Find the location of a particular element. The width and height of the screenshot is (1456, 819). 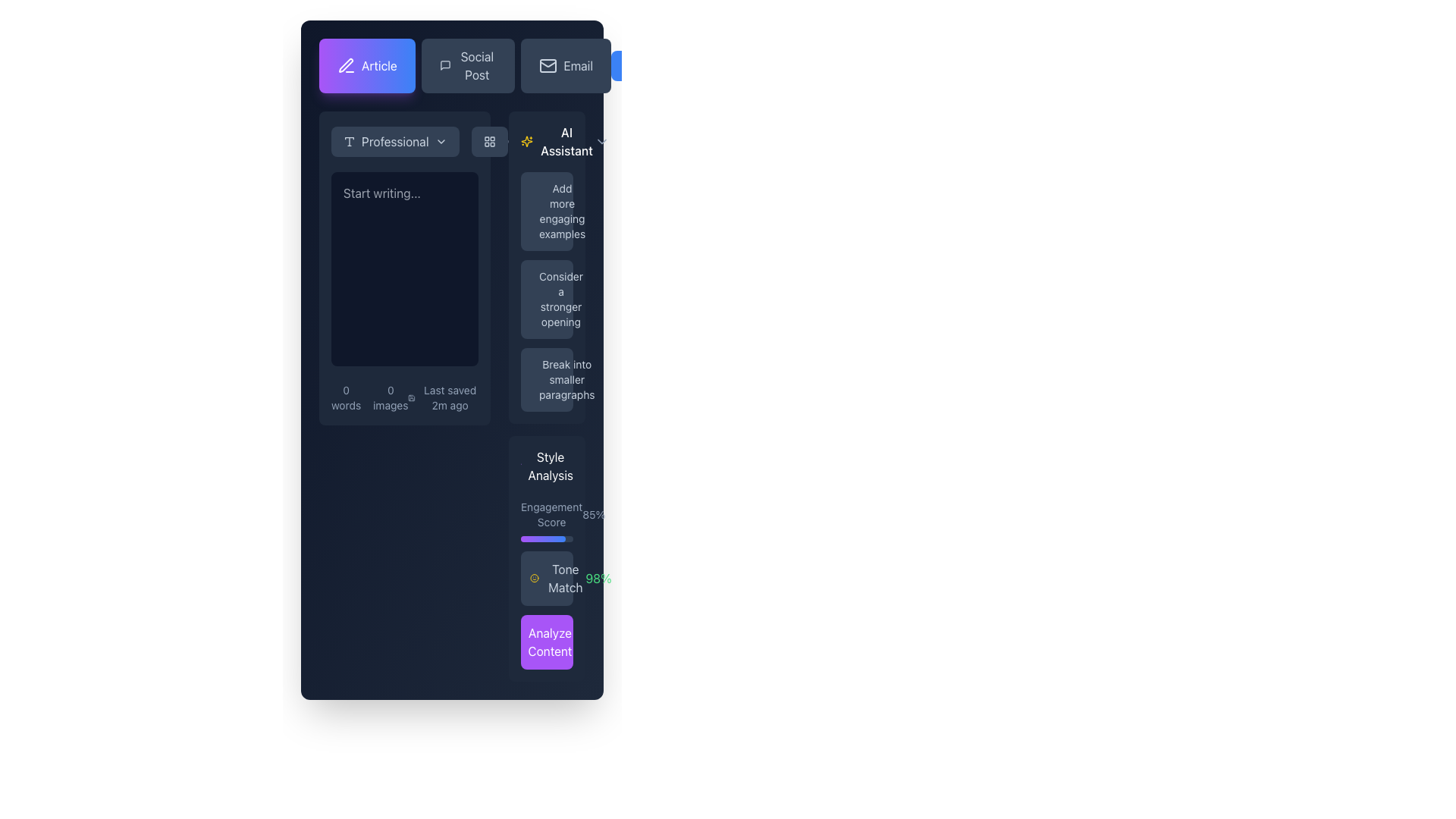

the displayed percentage score of the 'Tone Match' indicator which shows '98%' on a dark slate background, located between 'Engagement Score 85%' and 'Analyze Content' is located at coordinates (546, 579).